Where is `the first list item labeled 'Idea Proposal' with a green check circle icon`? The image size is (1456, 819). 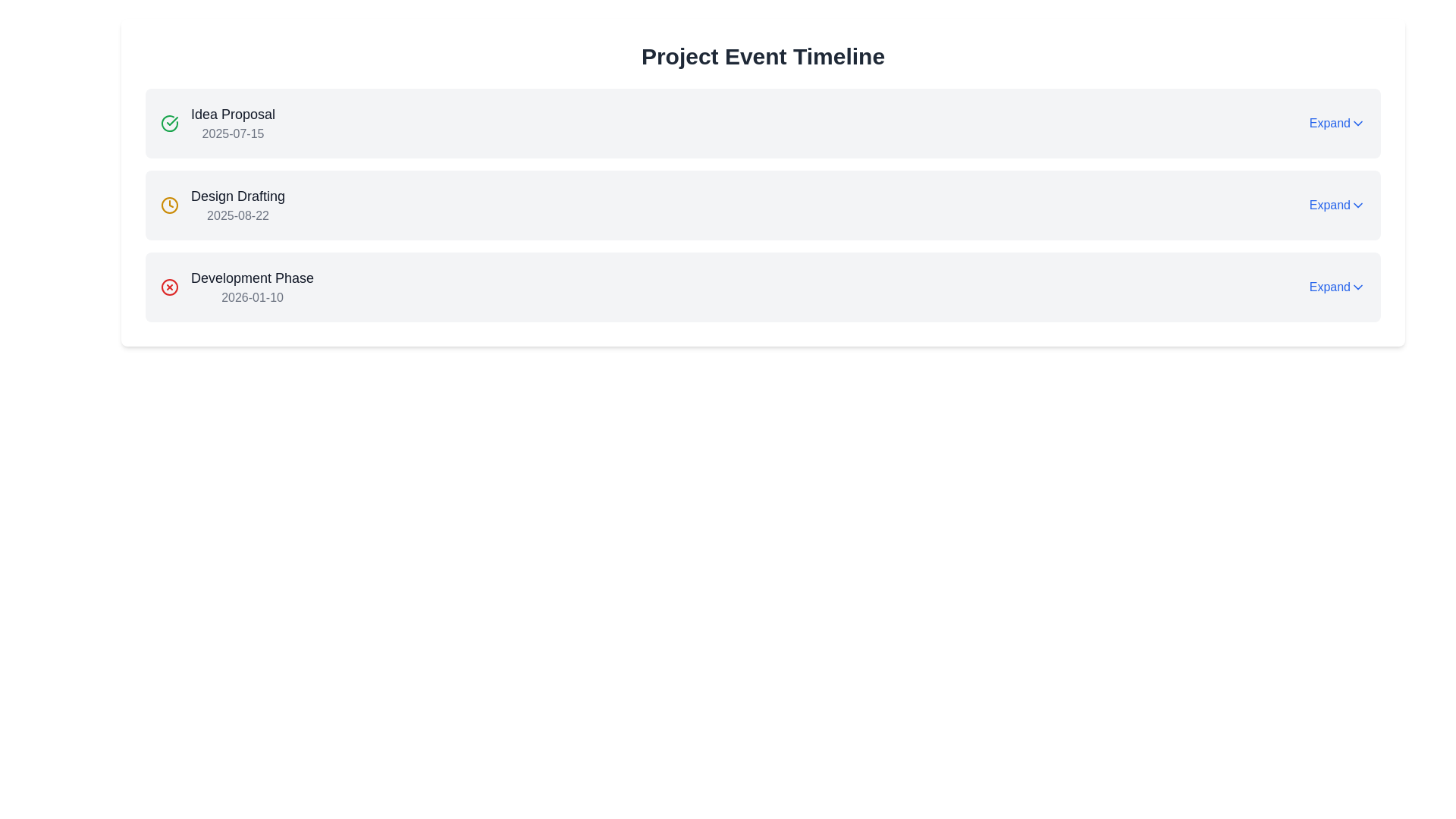 the first list item labeled 'Idea Proposal' with a green check circle icon is located at coordinates (217, 122).